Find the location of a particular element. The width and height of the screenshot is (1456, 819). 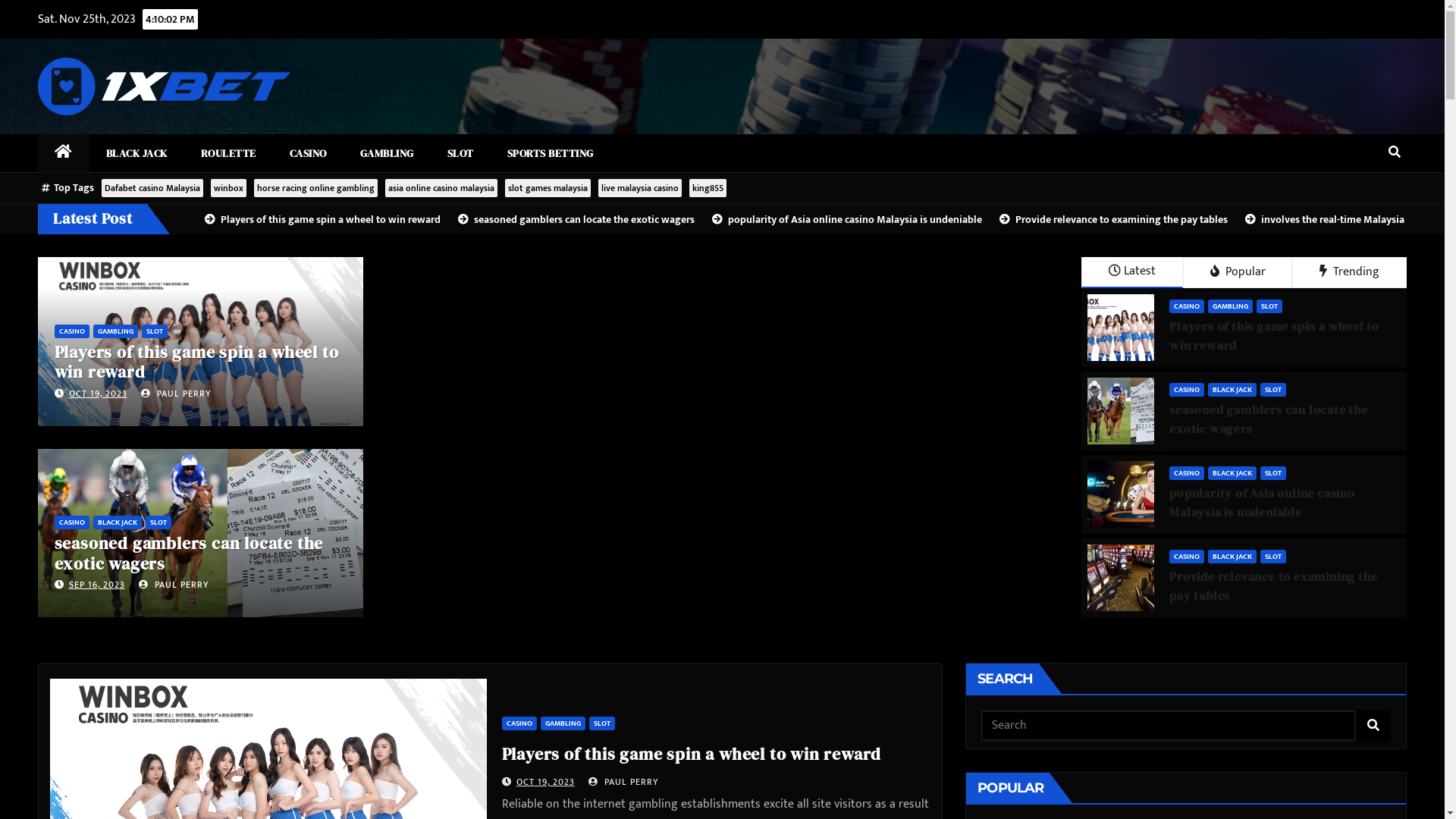

'Provide relevance to examining the pay tables' is located at coordinates (1106, 219).